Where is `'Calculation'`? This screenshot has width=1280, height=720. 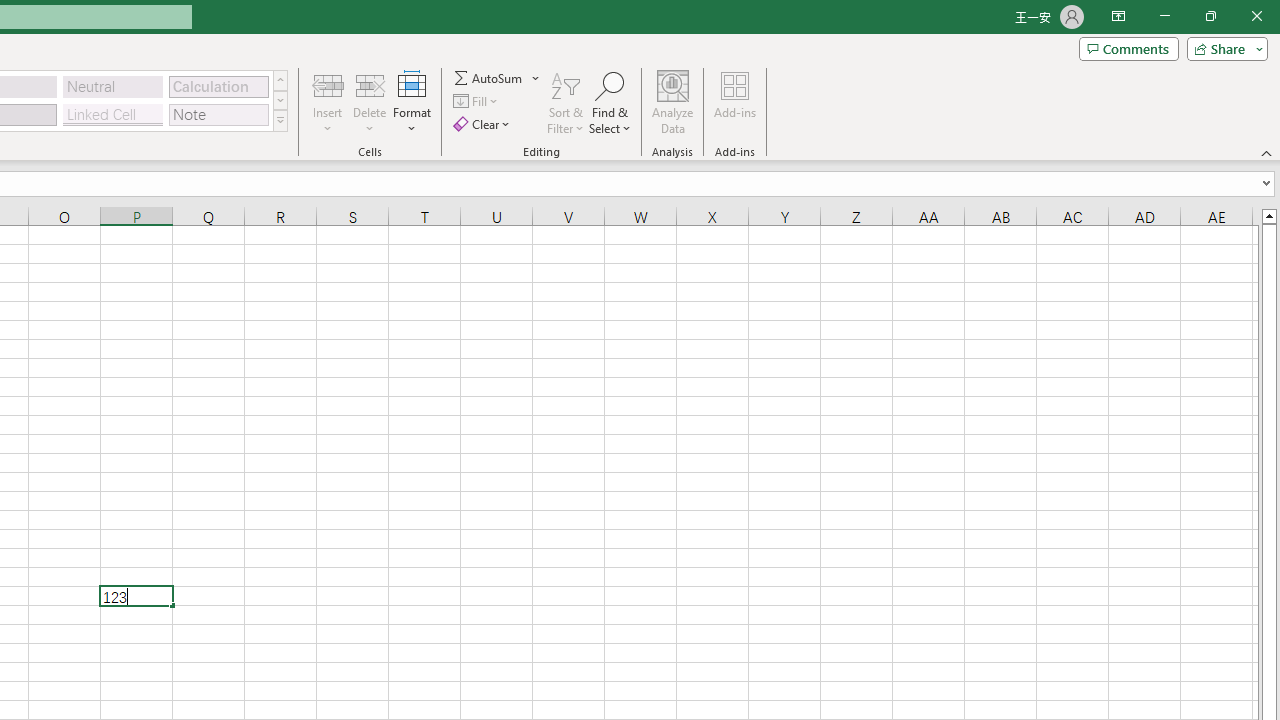
'Calculation' is located at coordinates (218, 85).